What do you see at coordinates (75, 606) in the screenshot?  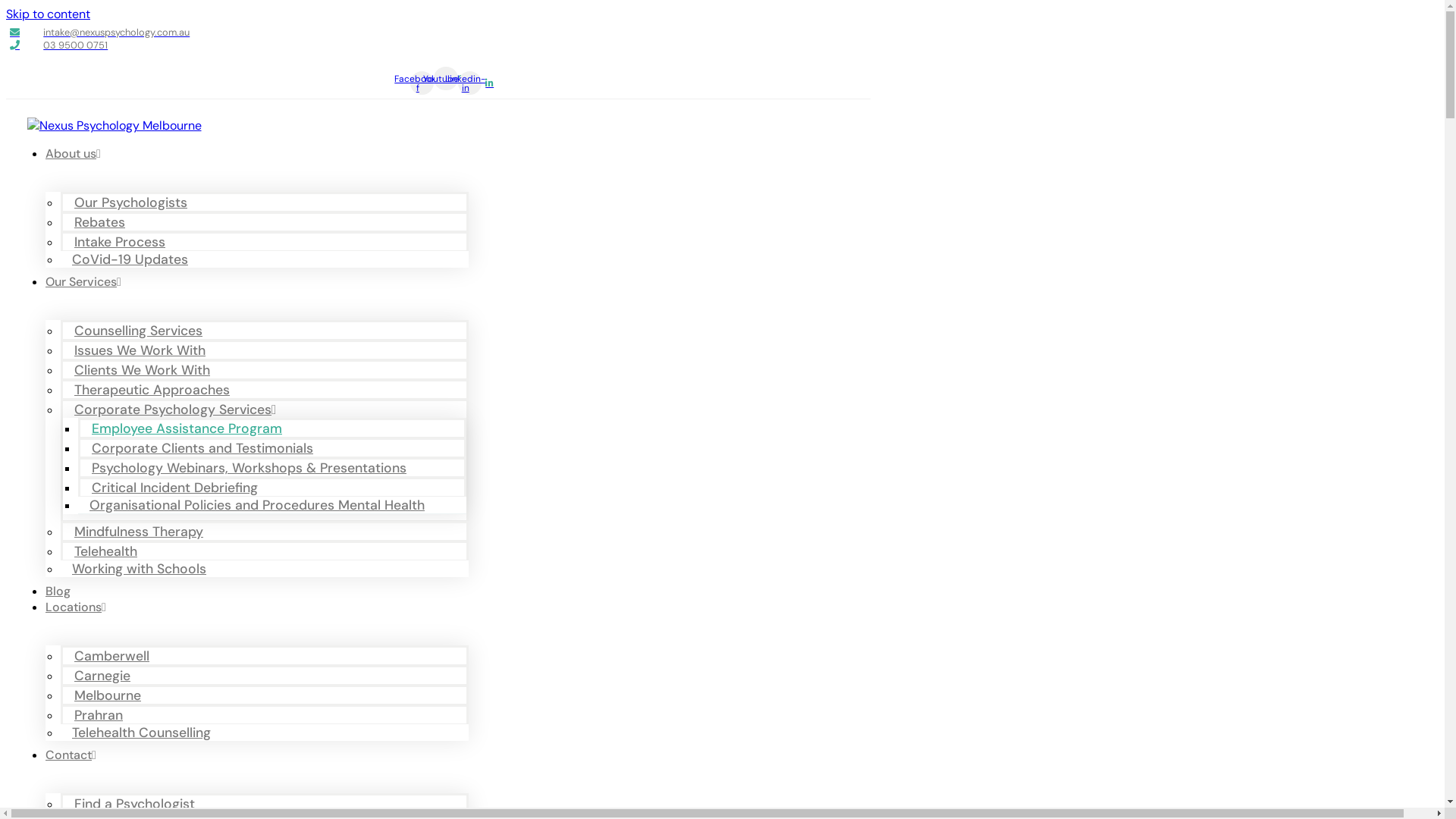 I see `'Locations'` at bounding box center [75, 606].